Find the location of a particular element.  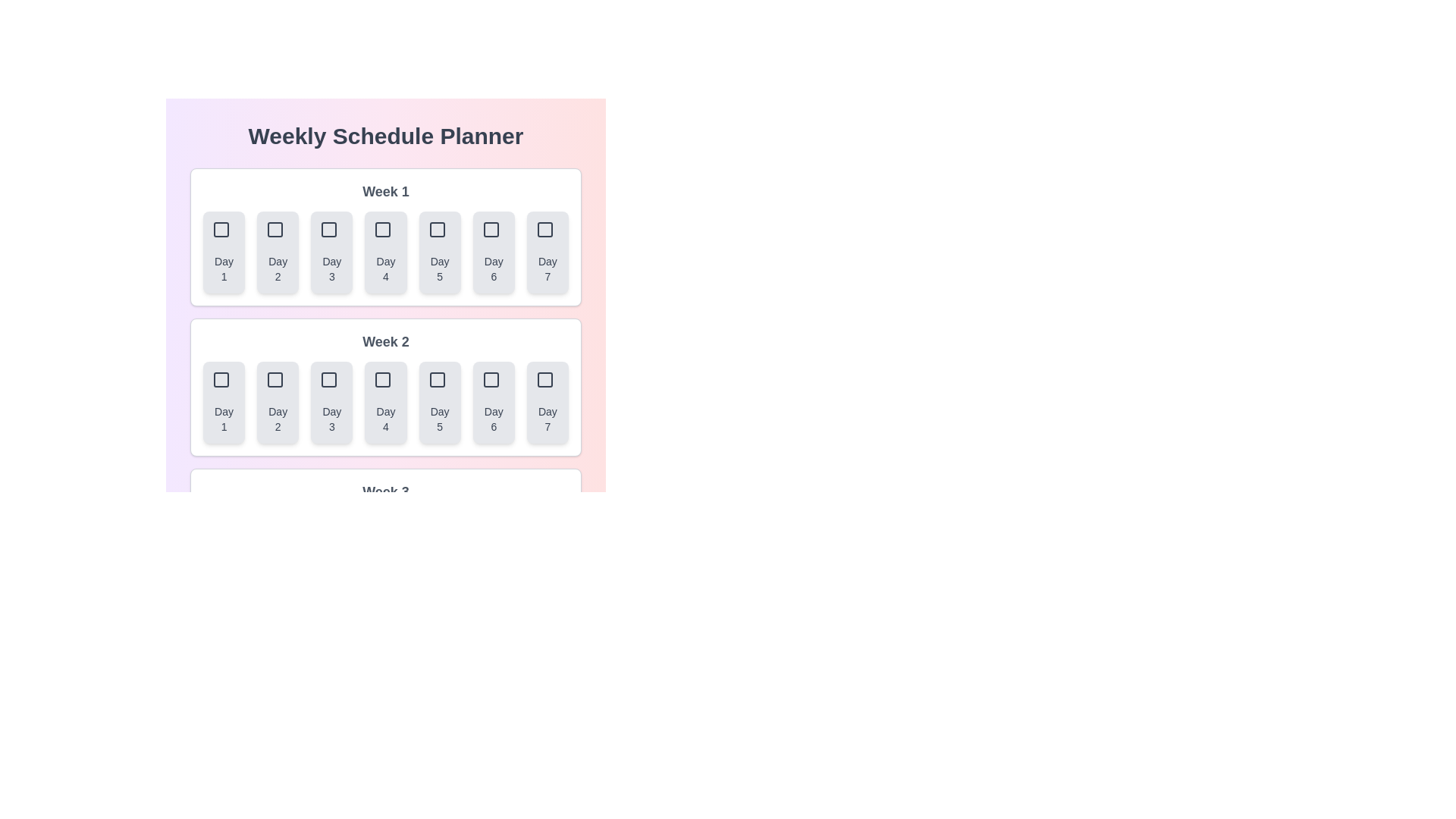

the button corresponding to Week 1 and Day 2 to select that day is located at coordinates (278, 251).